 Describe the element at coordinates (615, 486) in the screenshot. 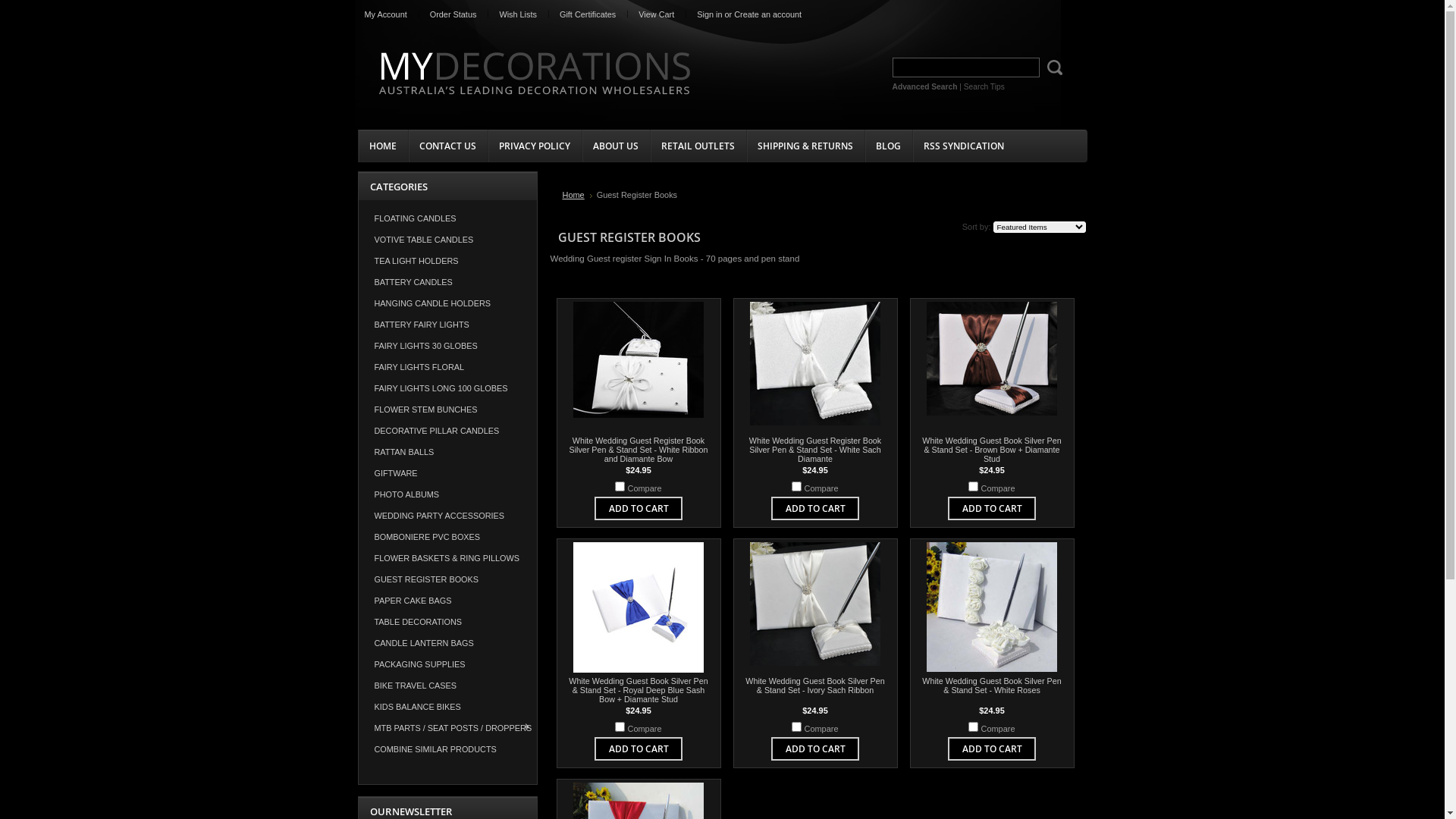

I see `'908'` at that location.